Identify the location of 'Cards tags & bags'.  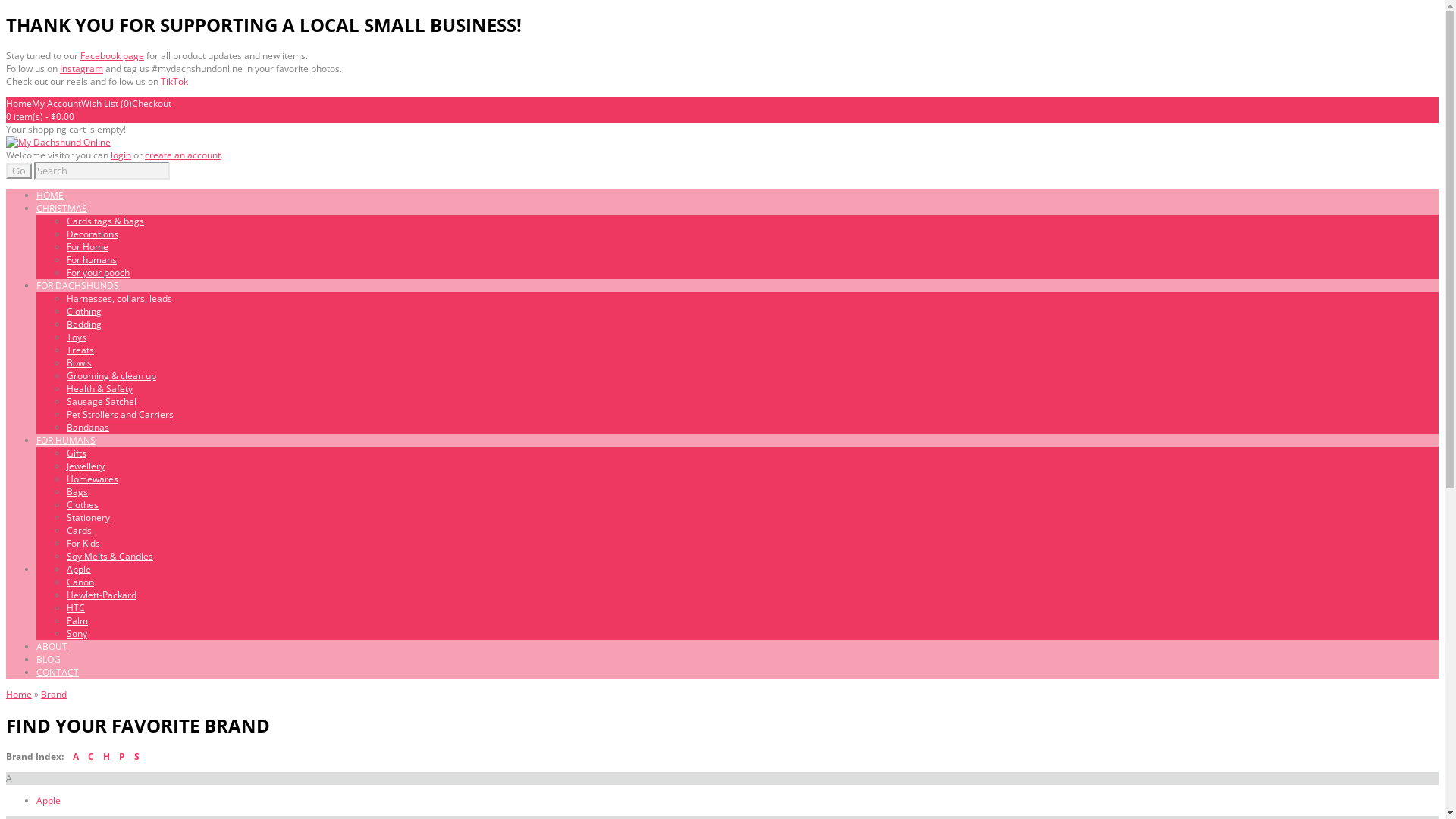
(105, 221).